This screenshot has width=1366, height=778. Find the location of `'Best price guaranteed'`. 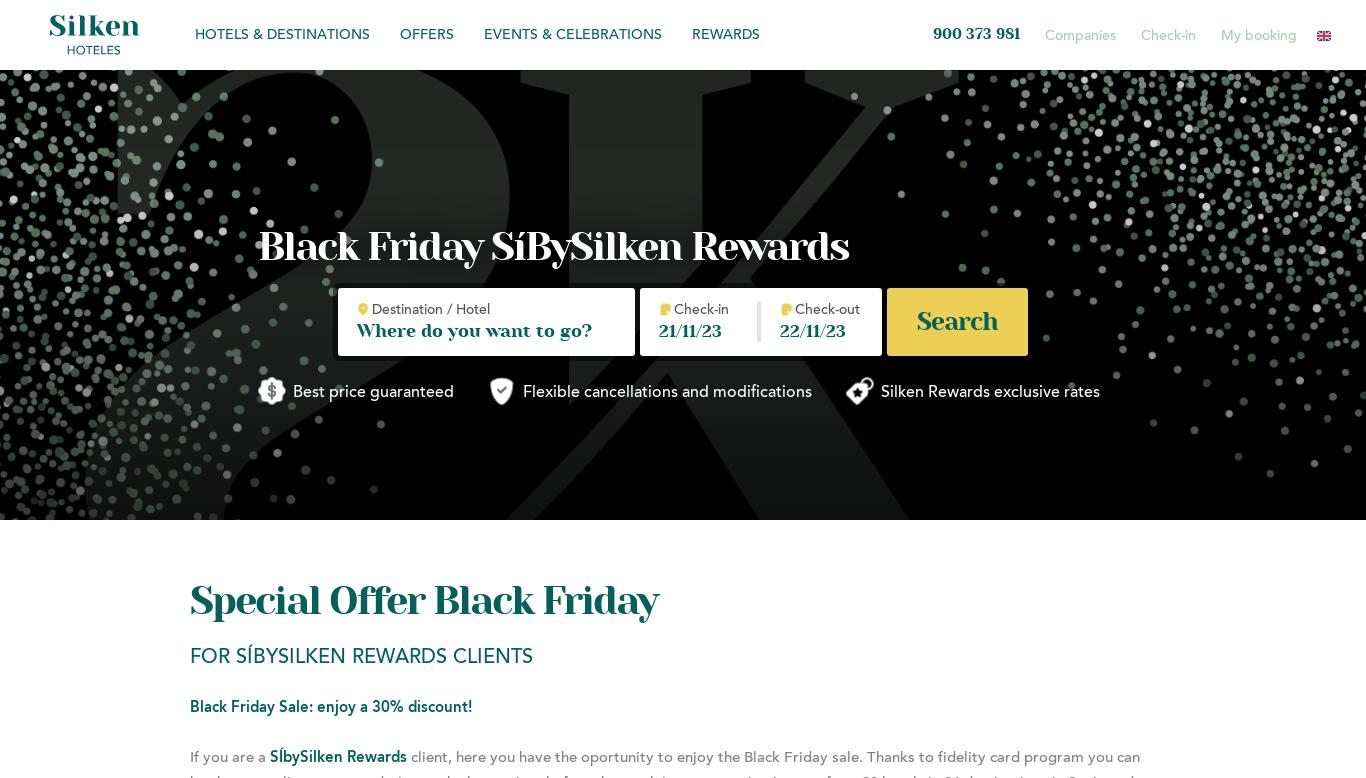

'Best price guaranteed' is located at coordinates (372, 392).